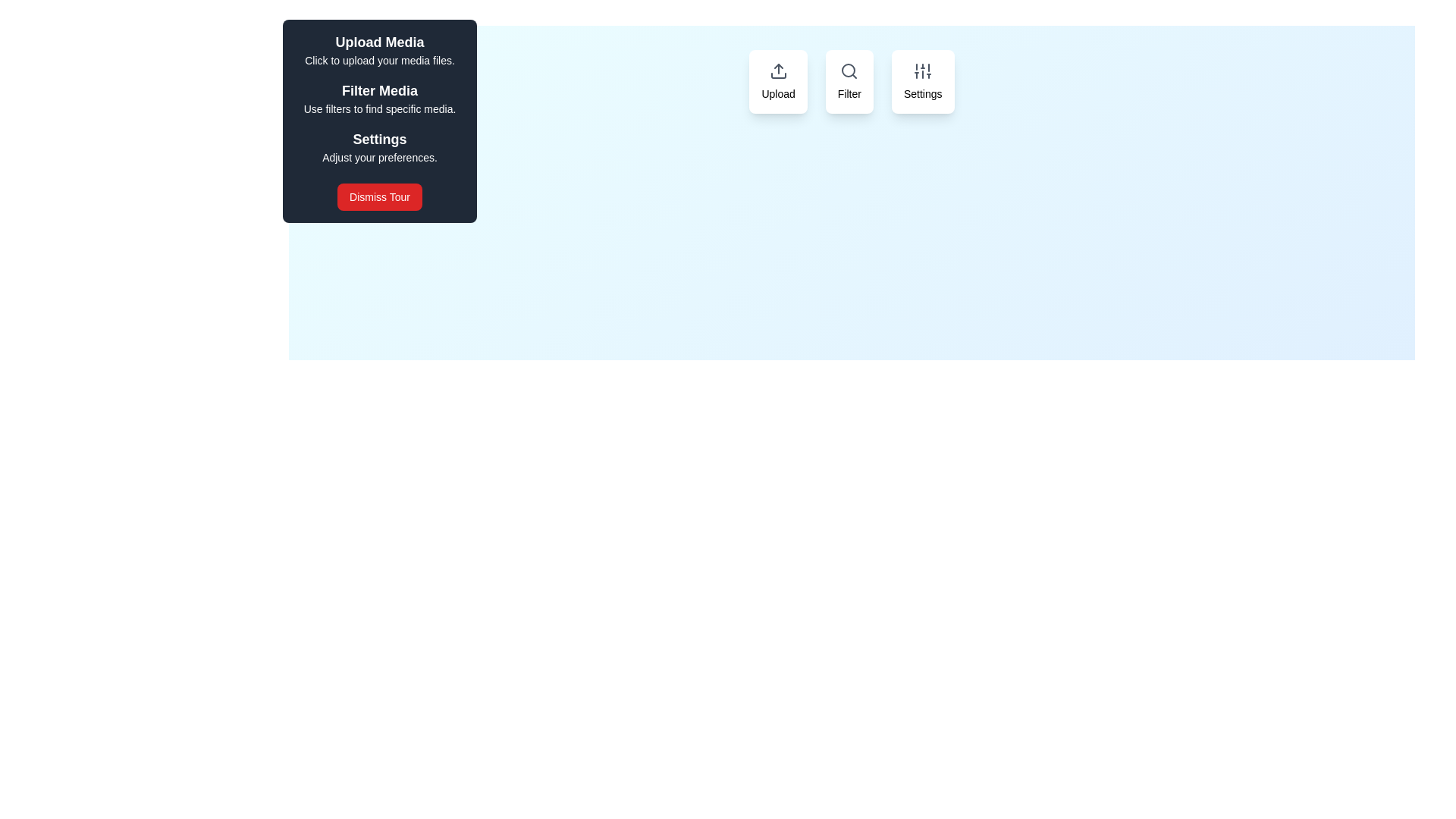 The image size is (1456, 819). I want to click on the circular Graphic SVG element that is part of the search icon, located to the right of the 'Filter' button in the toolbar, so click(848, 70).